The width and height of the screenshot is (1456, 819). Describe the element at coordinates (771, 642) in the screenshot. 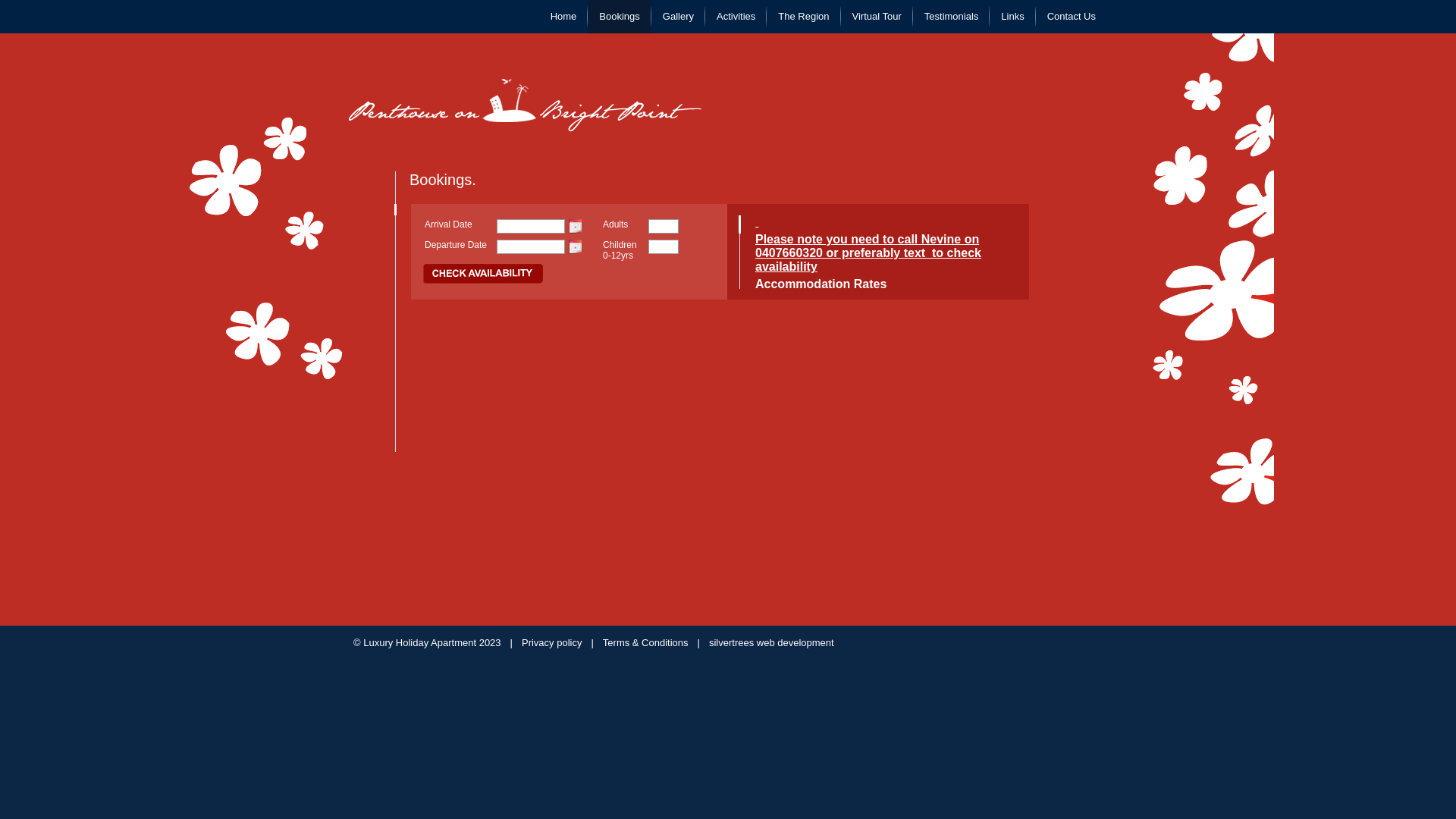

I see `'silvertrees web development'` at that location.